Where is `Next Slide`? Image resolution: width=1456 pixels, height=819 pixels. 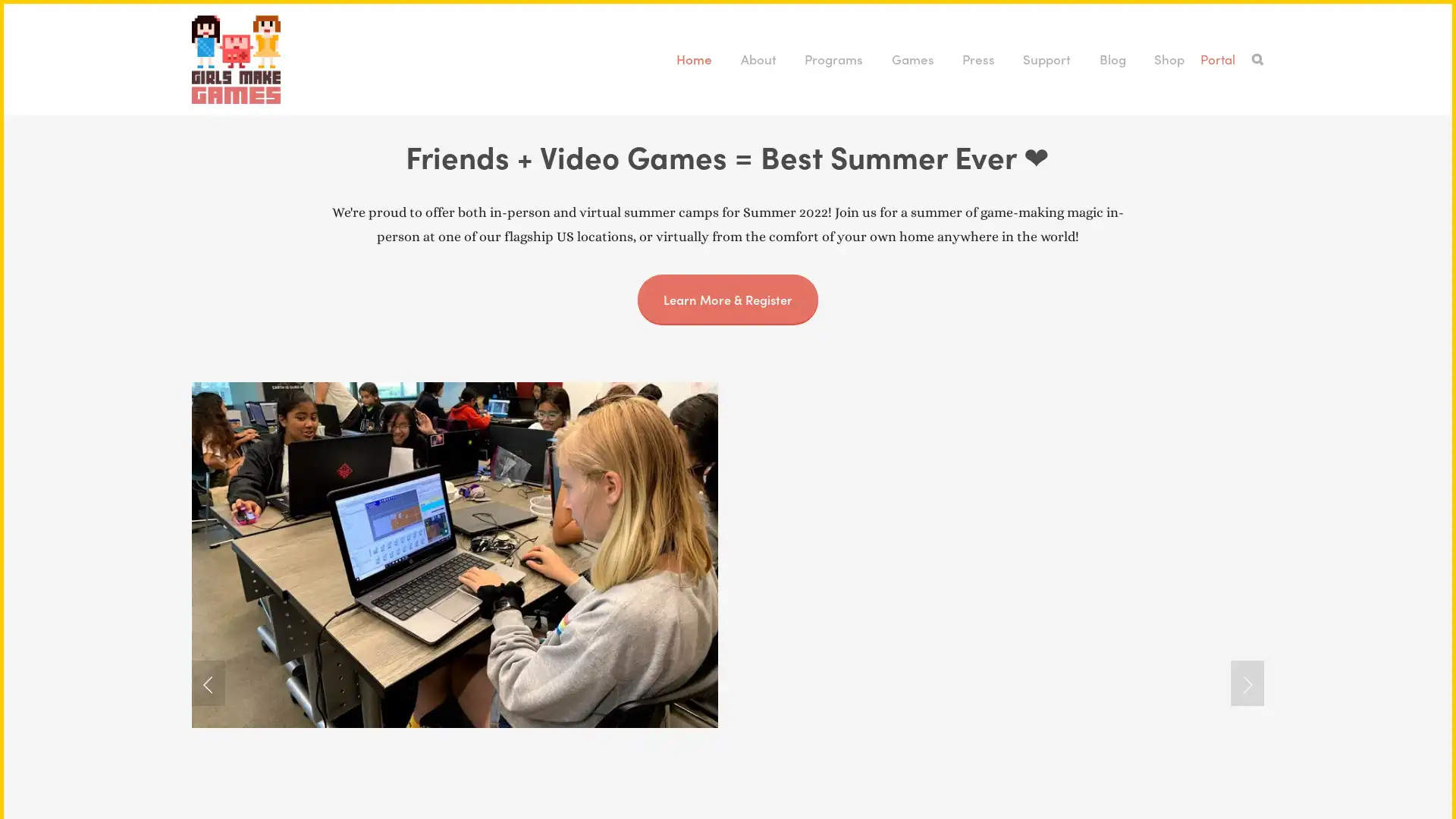 Next Slide is located at coordinates (1247, 683).